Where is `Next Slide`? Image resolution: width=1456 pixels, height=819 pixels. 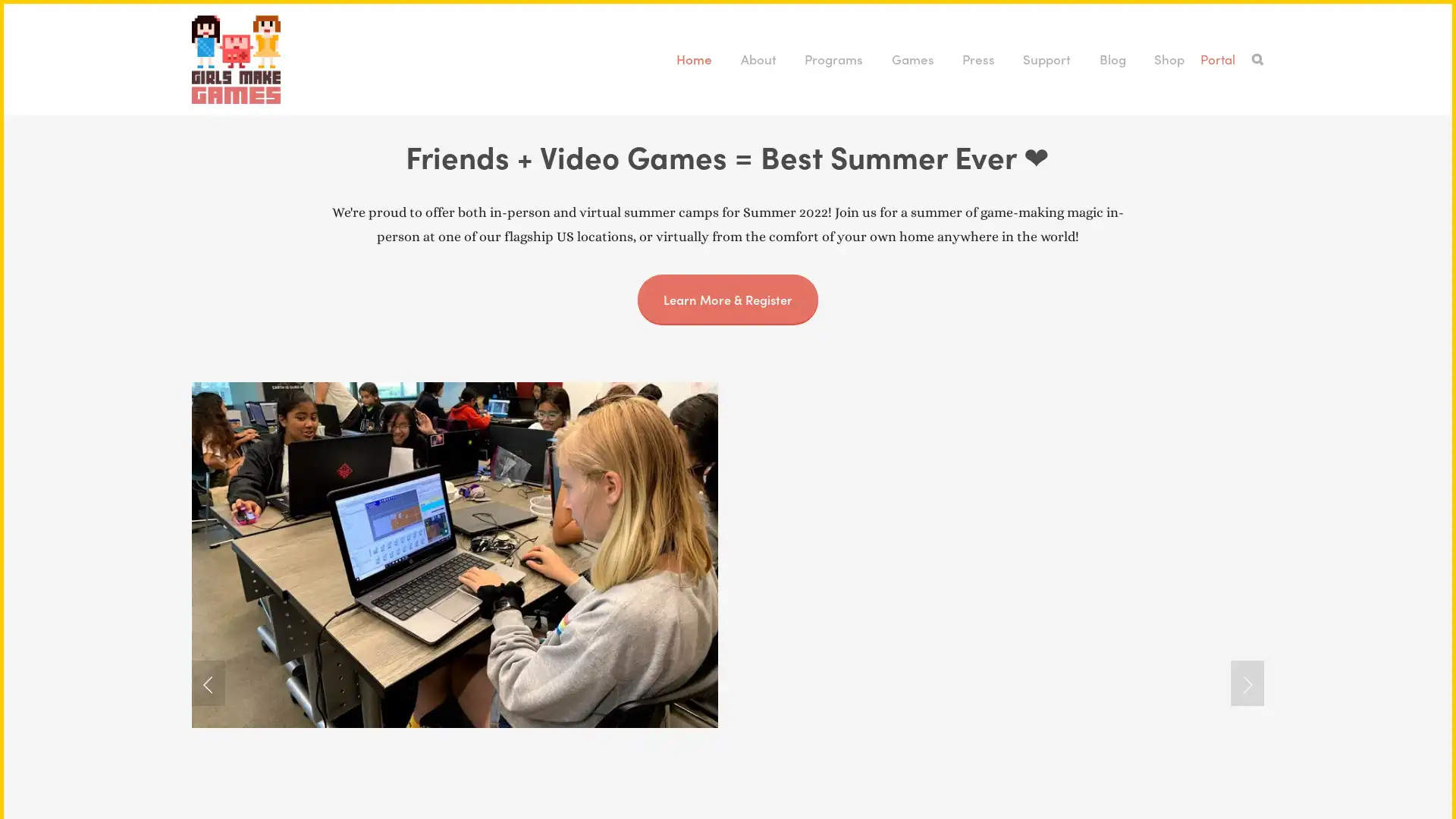 Next Slide is located at coordinates (1247, 683).